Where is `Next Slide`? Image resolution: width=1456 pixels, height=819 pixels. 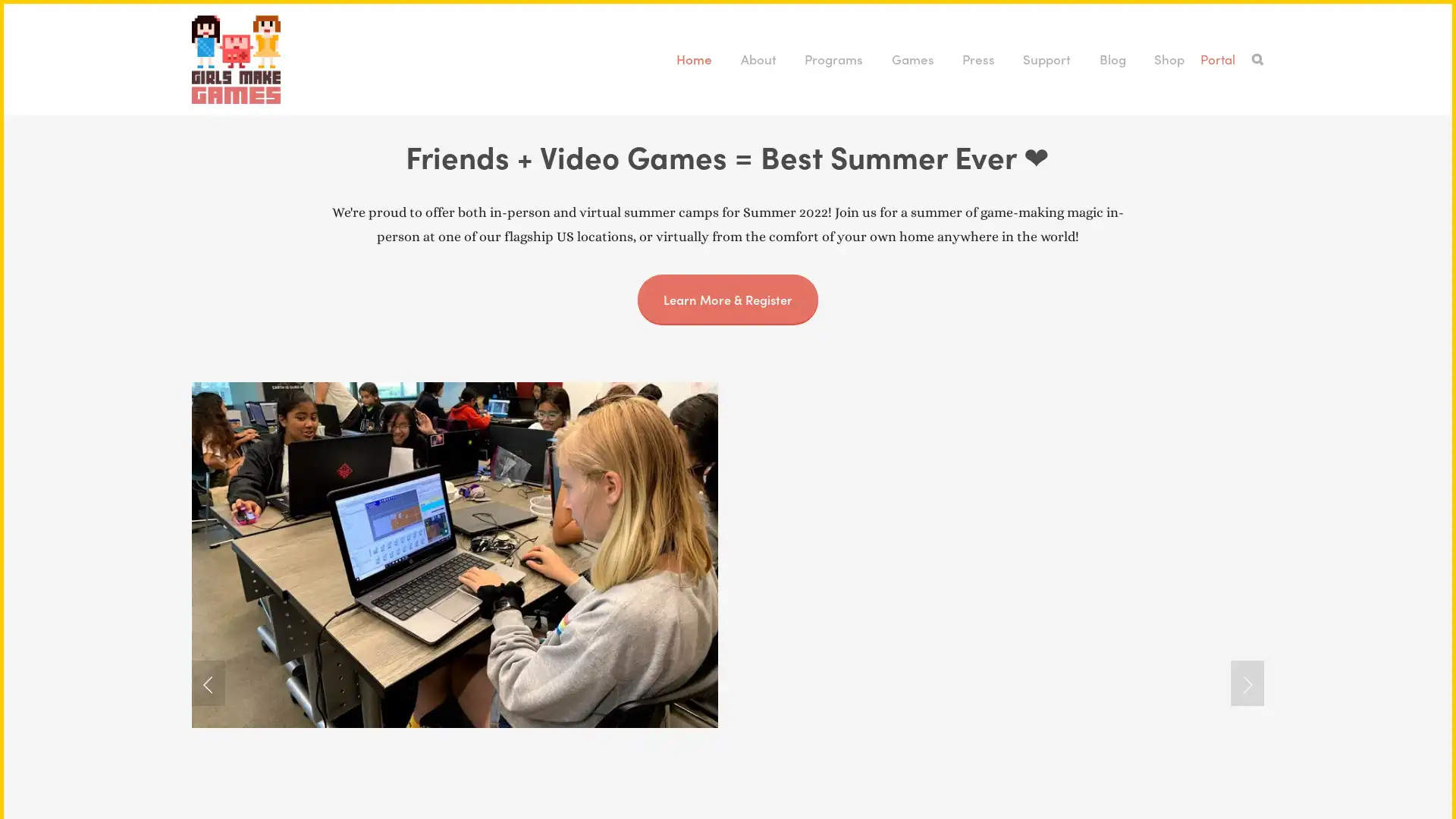 Next Slide is located at coordinates (1247, 683).